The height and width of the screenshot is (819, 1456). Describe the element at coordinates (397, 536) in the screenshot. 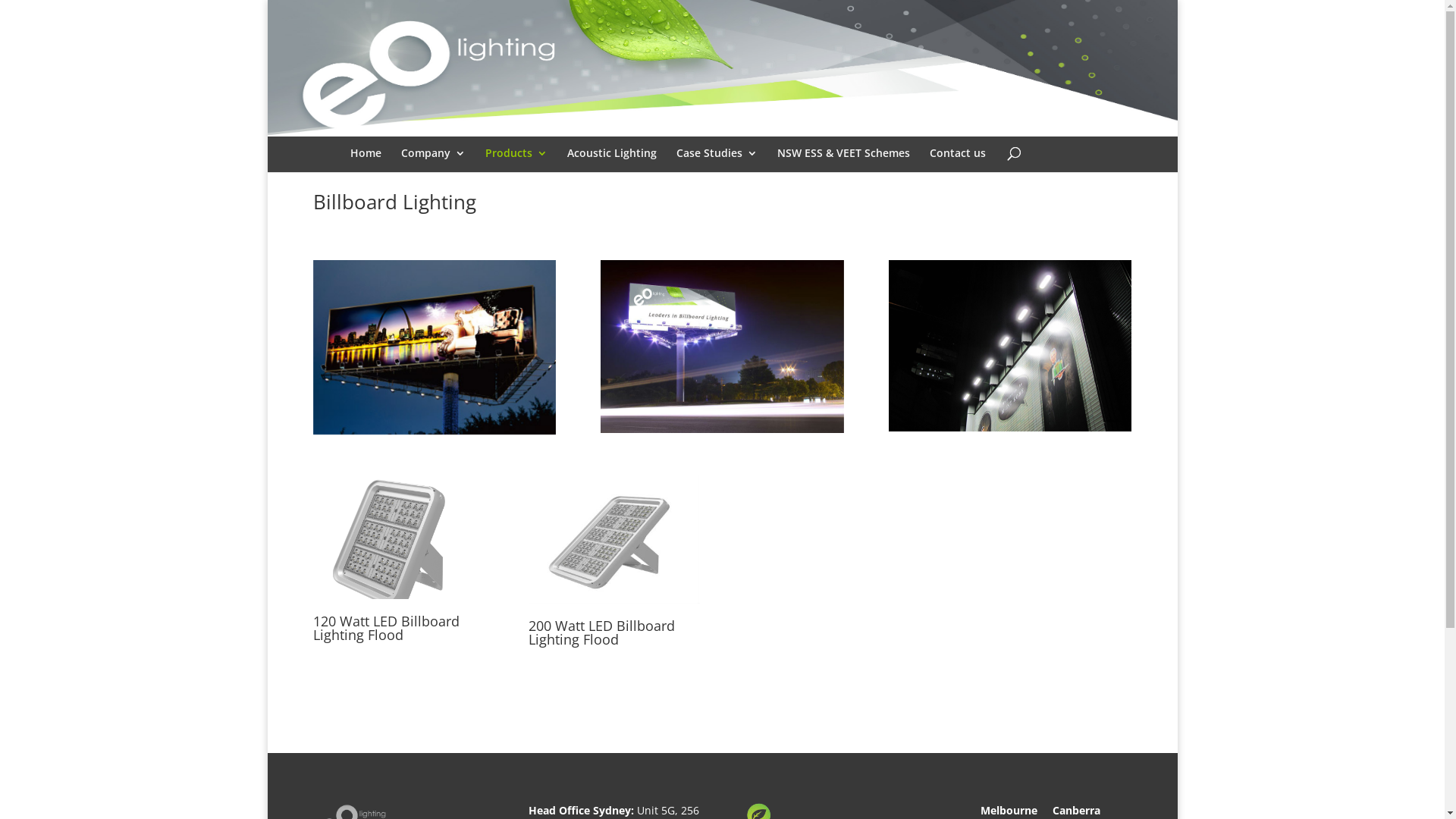

I see `'120 Watt LED Billboard Lighting Flood'` at that location.